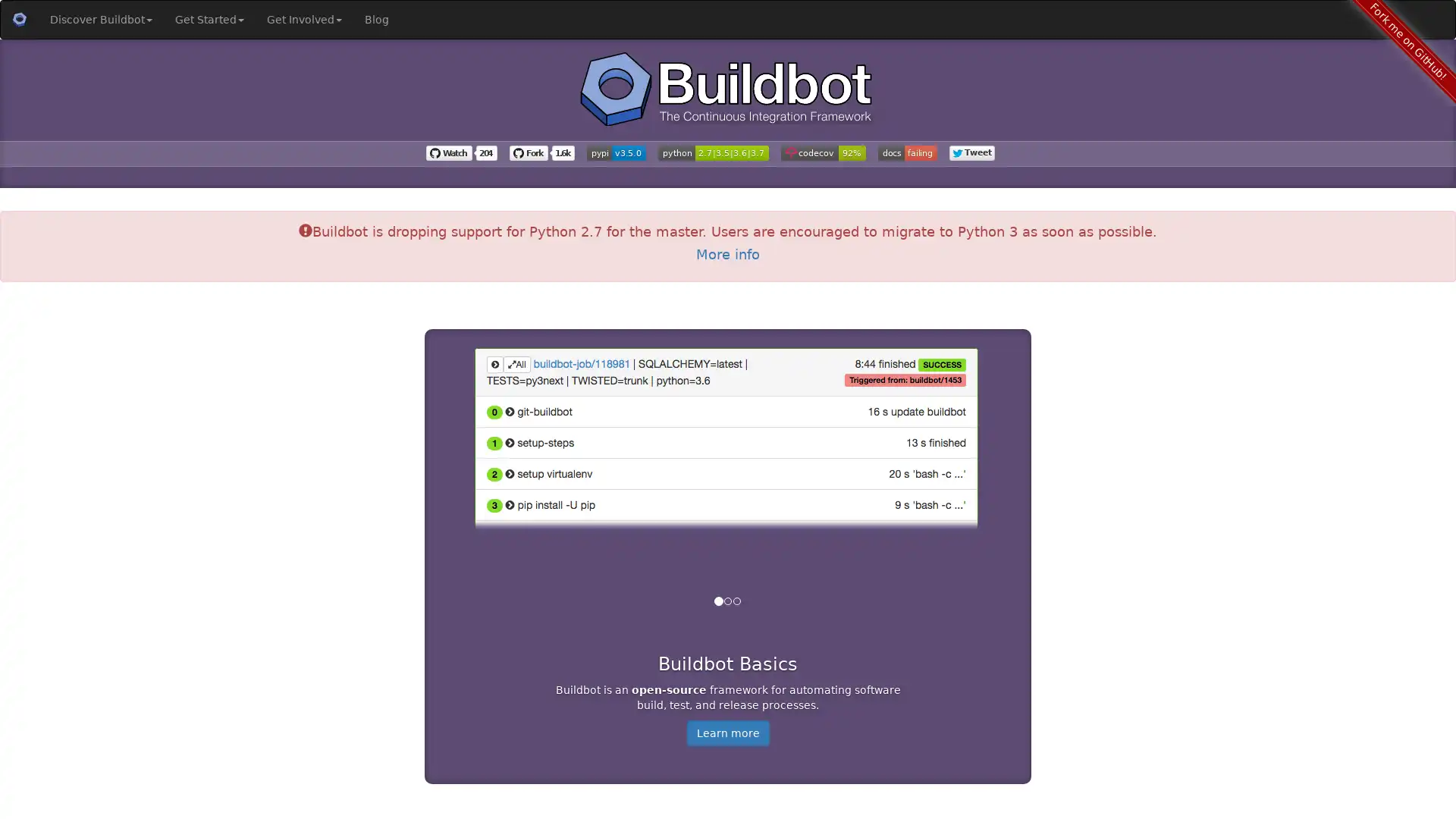 This screenshot has height=819, width=1456. I want to click on Get Started, so click(209, 20).